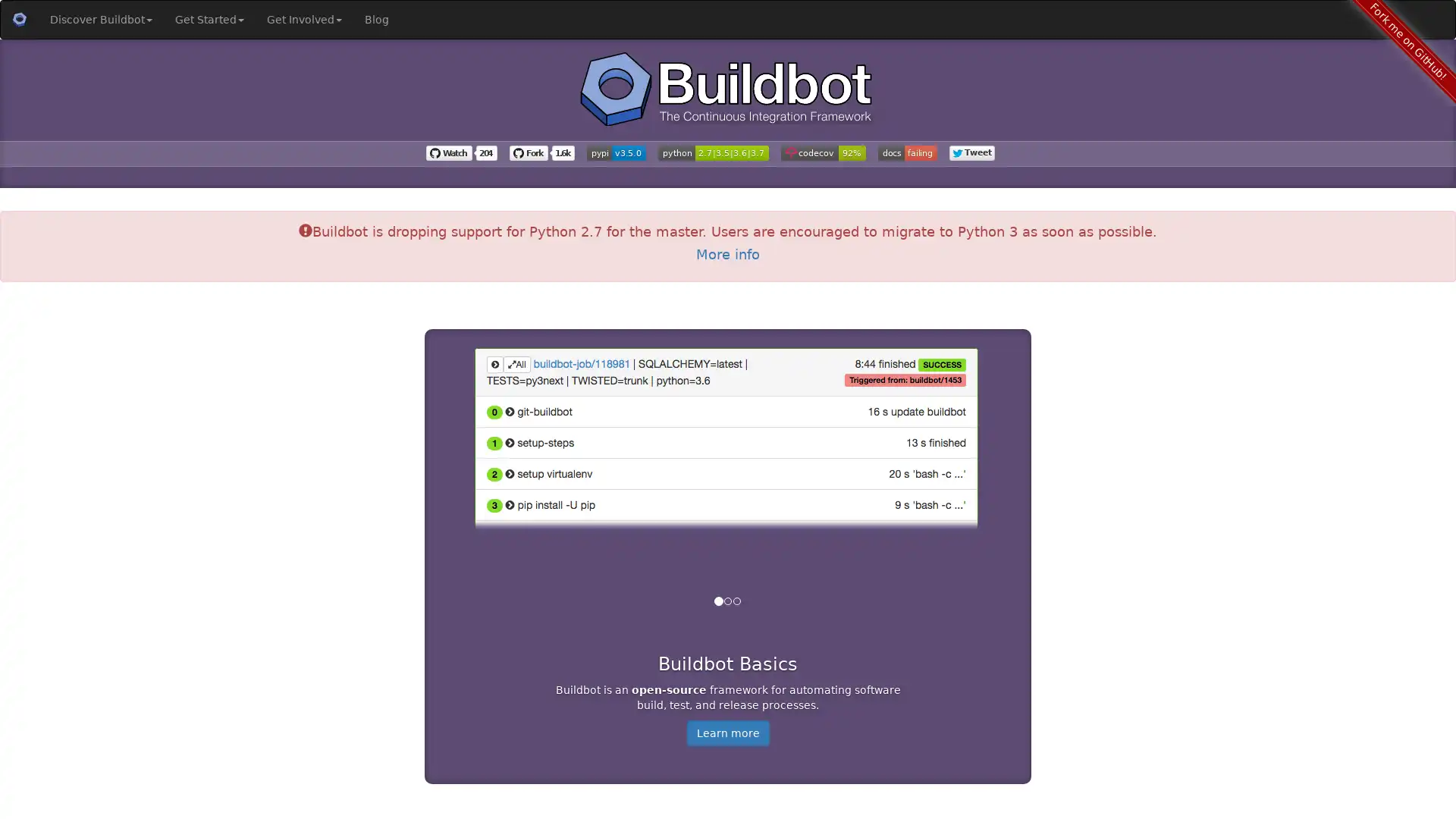 This screenshot has height=819, width=1456. I want to click on Get Started, so click(209, 20).